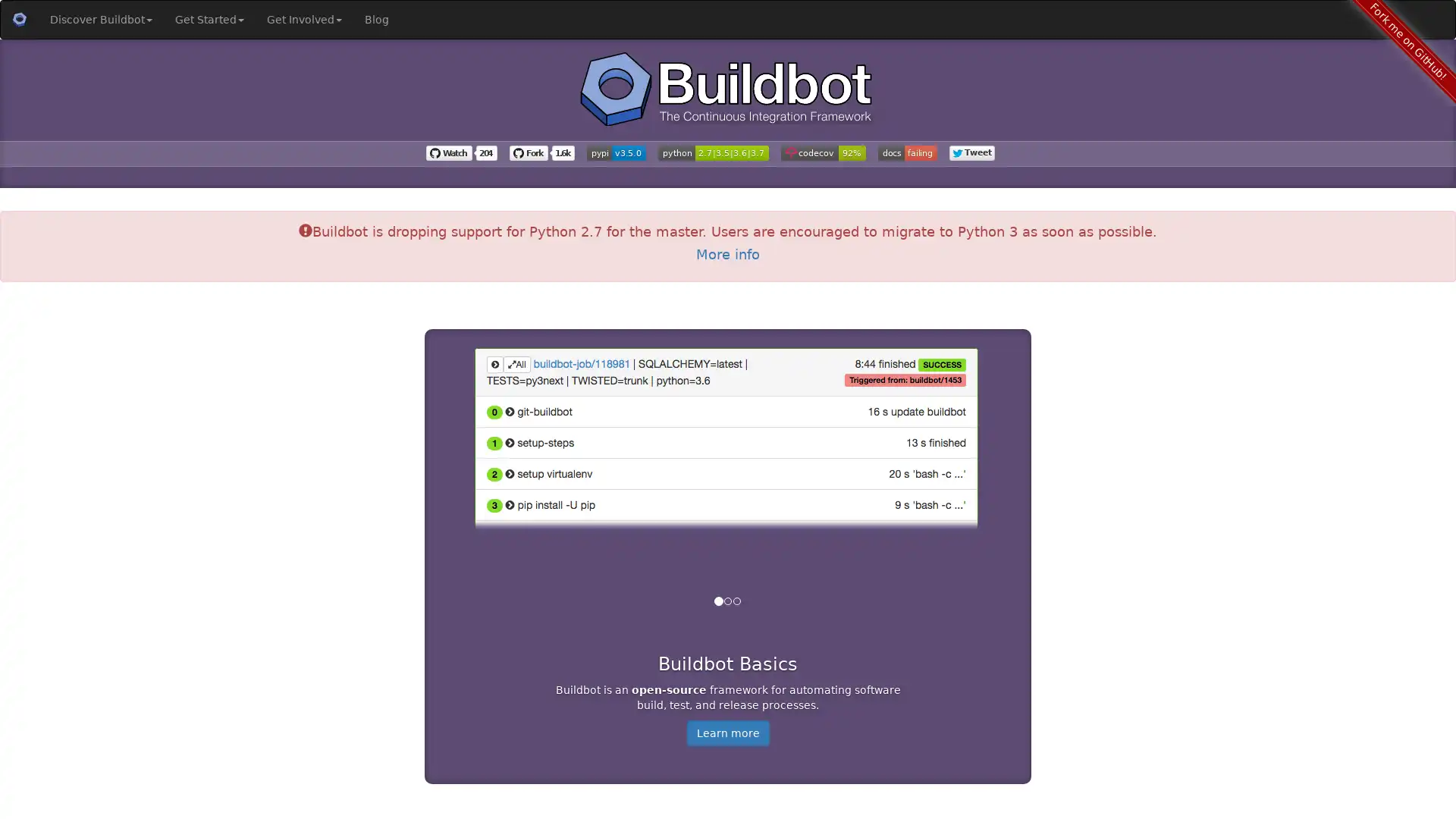 This screenshot has height=819, width=1456. I want to click on Get Started, so click(209, 20).